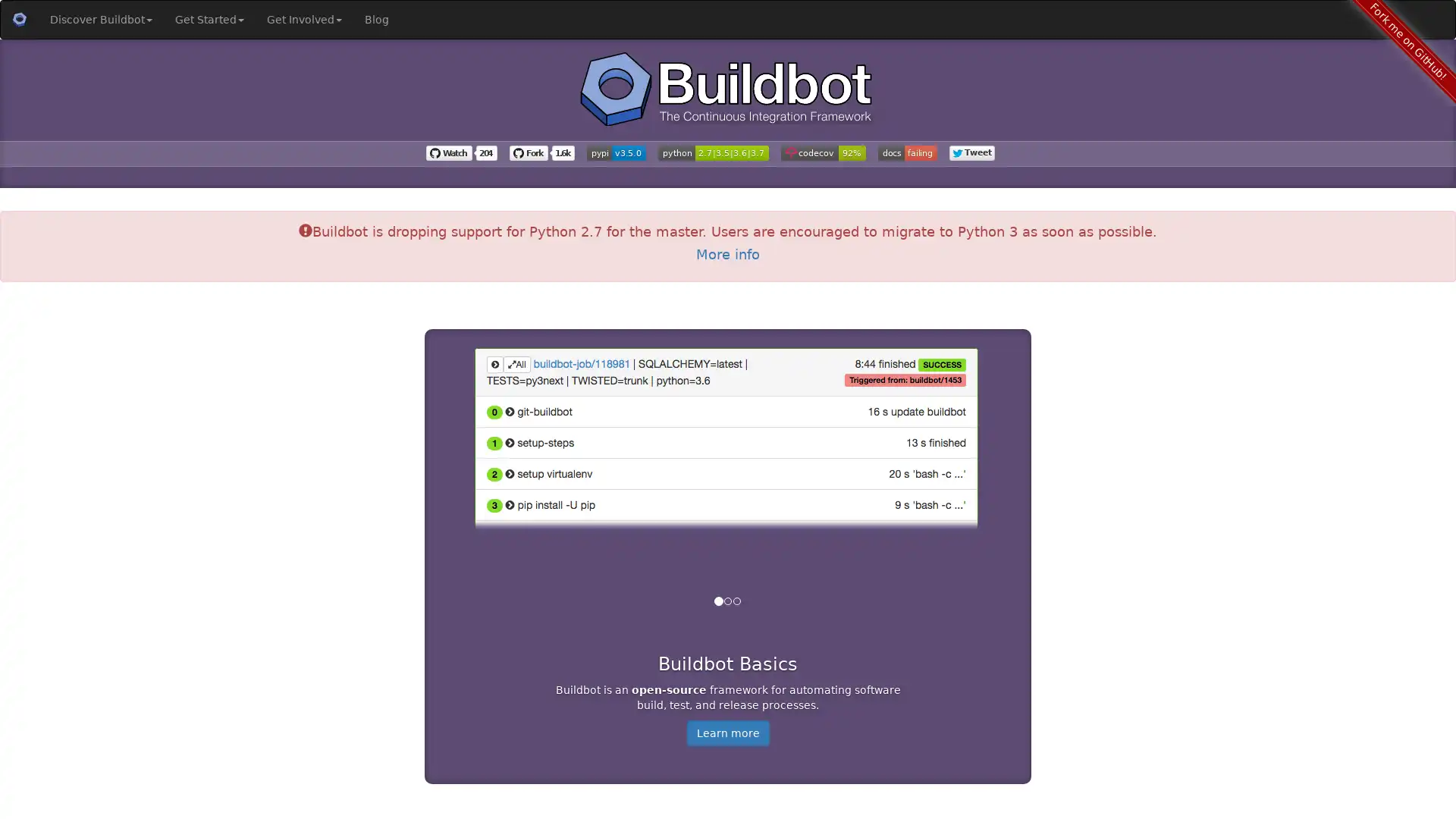 This screenshot has height=819, width=1456. I want to click on Get Started, so click(209, 20).